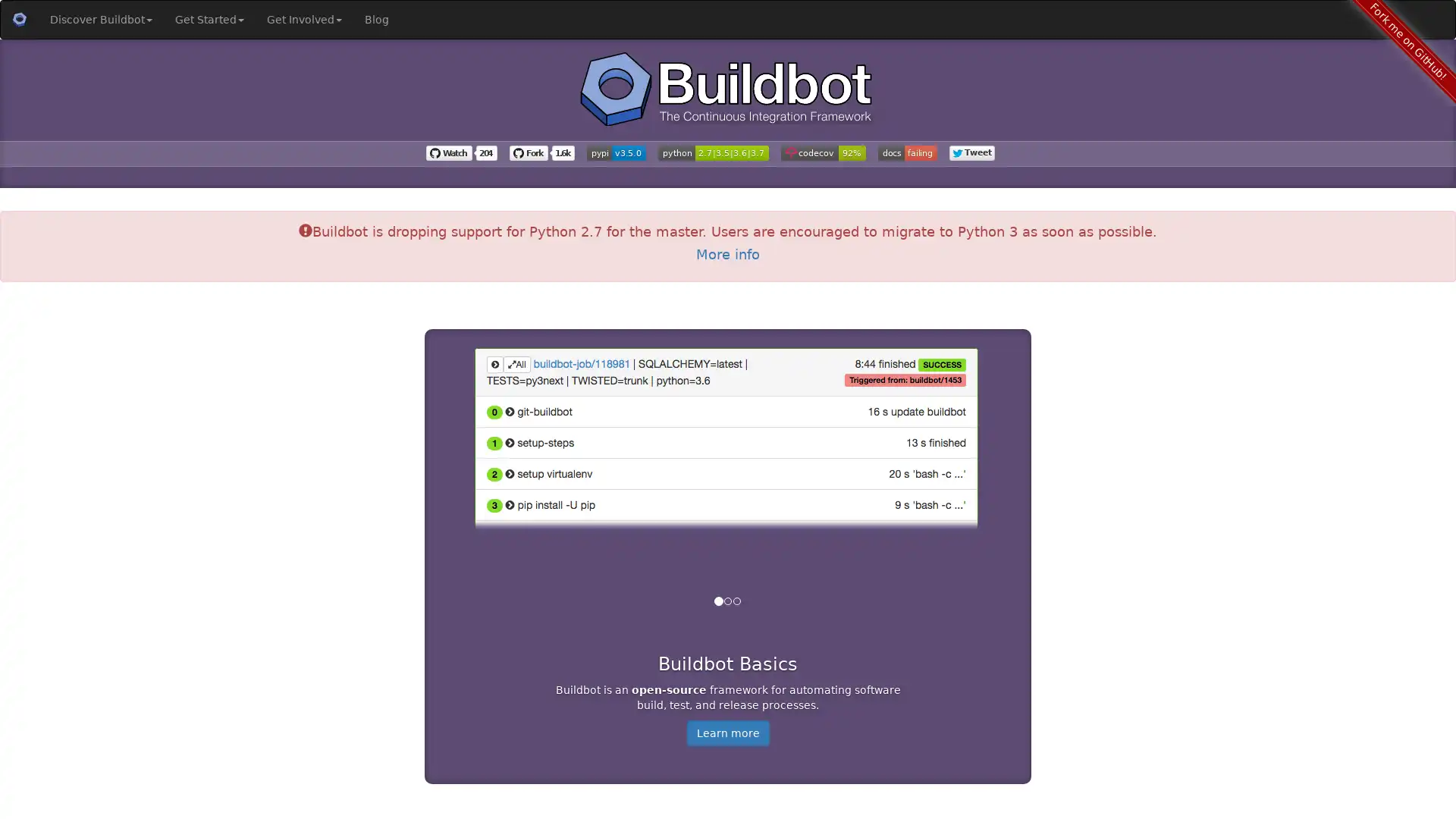 This screenshot has height=819, width=1456. I want to click on Get Started, so click(209, 20).